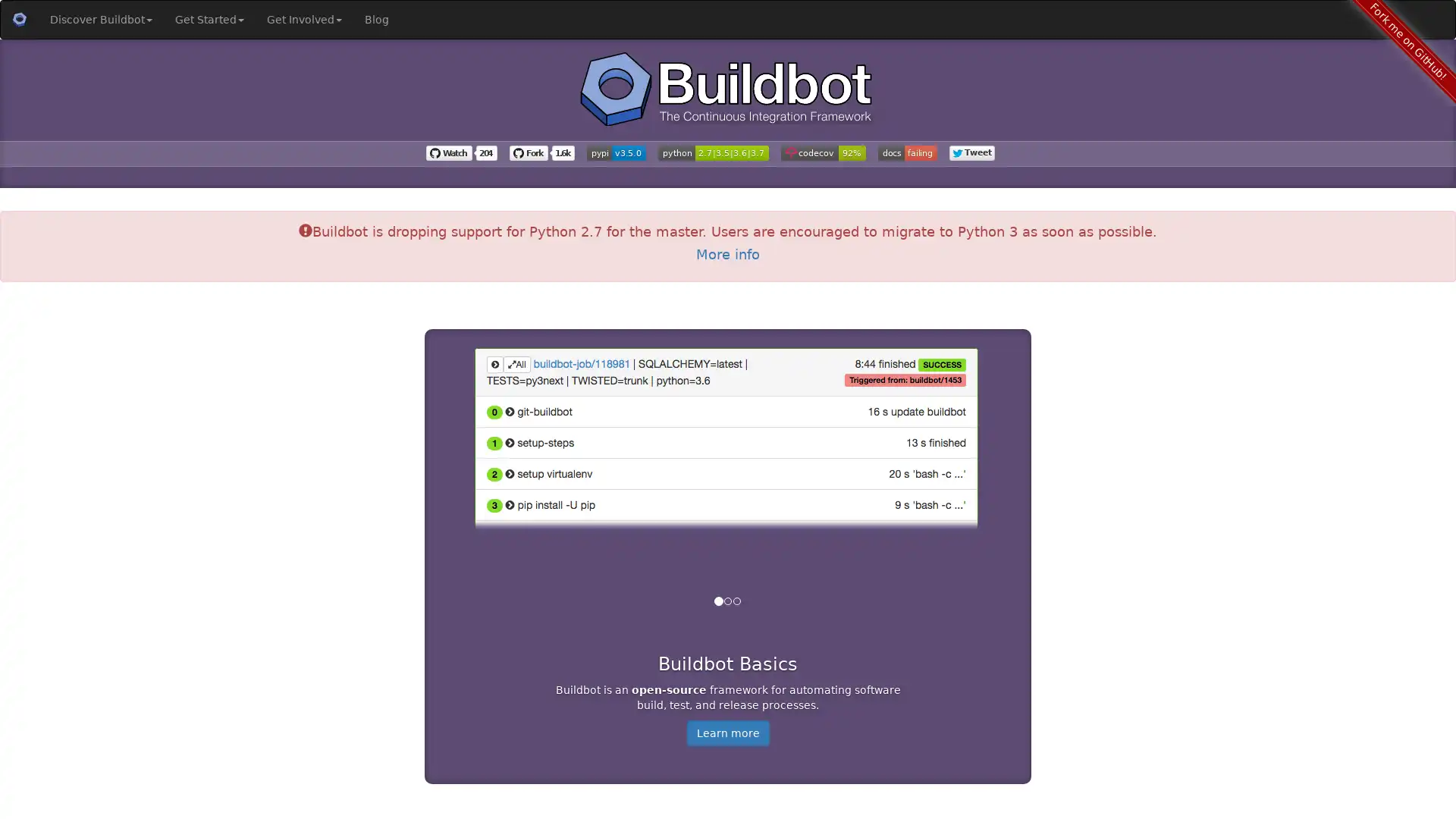 This screenshot has height=819, width=1456. I want to click on Get Started, so click(209, 20).